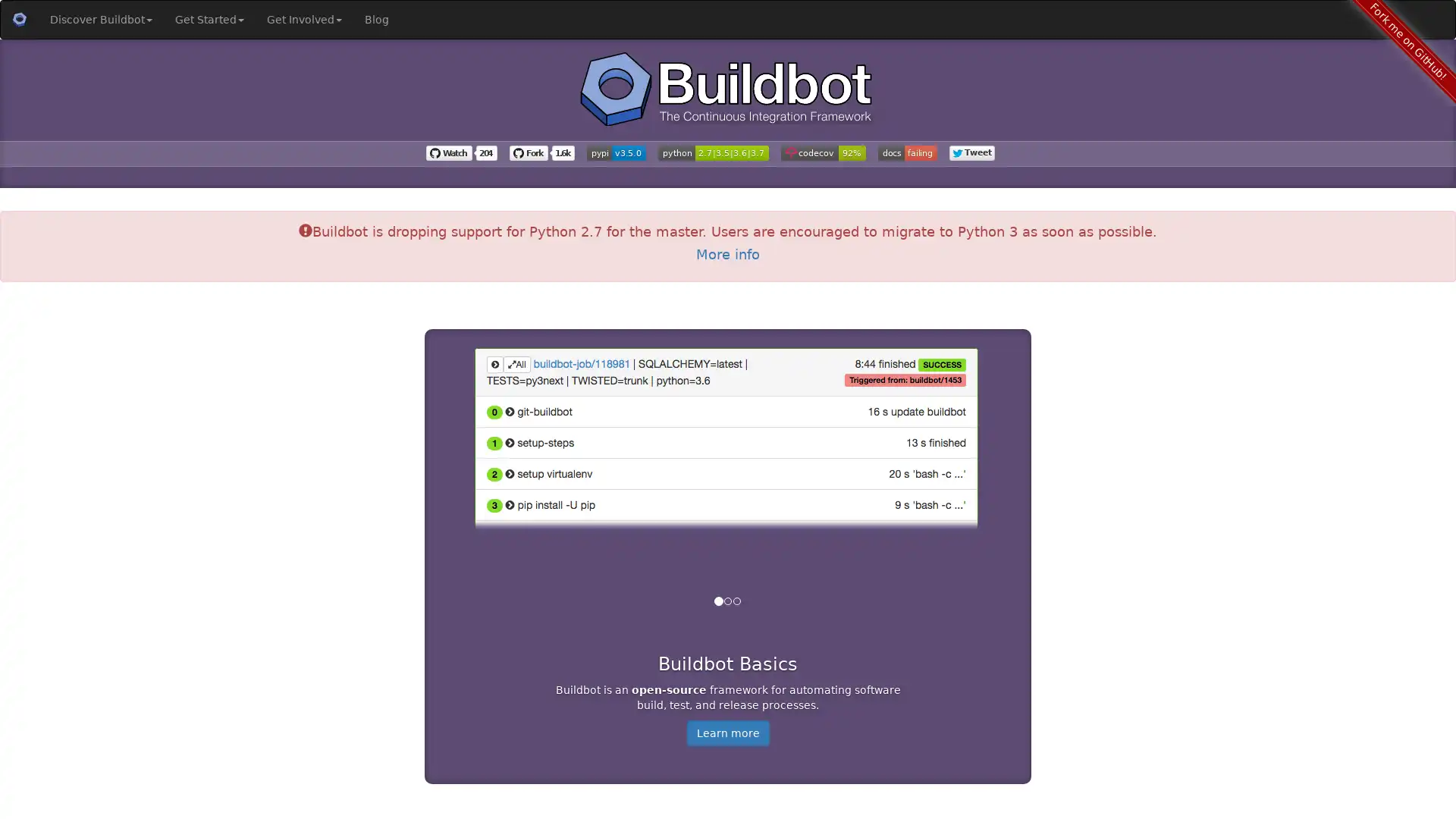 This screenshot has height=819, width=1456. I want to click on Get Started, so click(209, 20).